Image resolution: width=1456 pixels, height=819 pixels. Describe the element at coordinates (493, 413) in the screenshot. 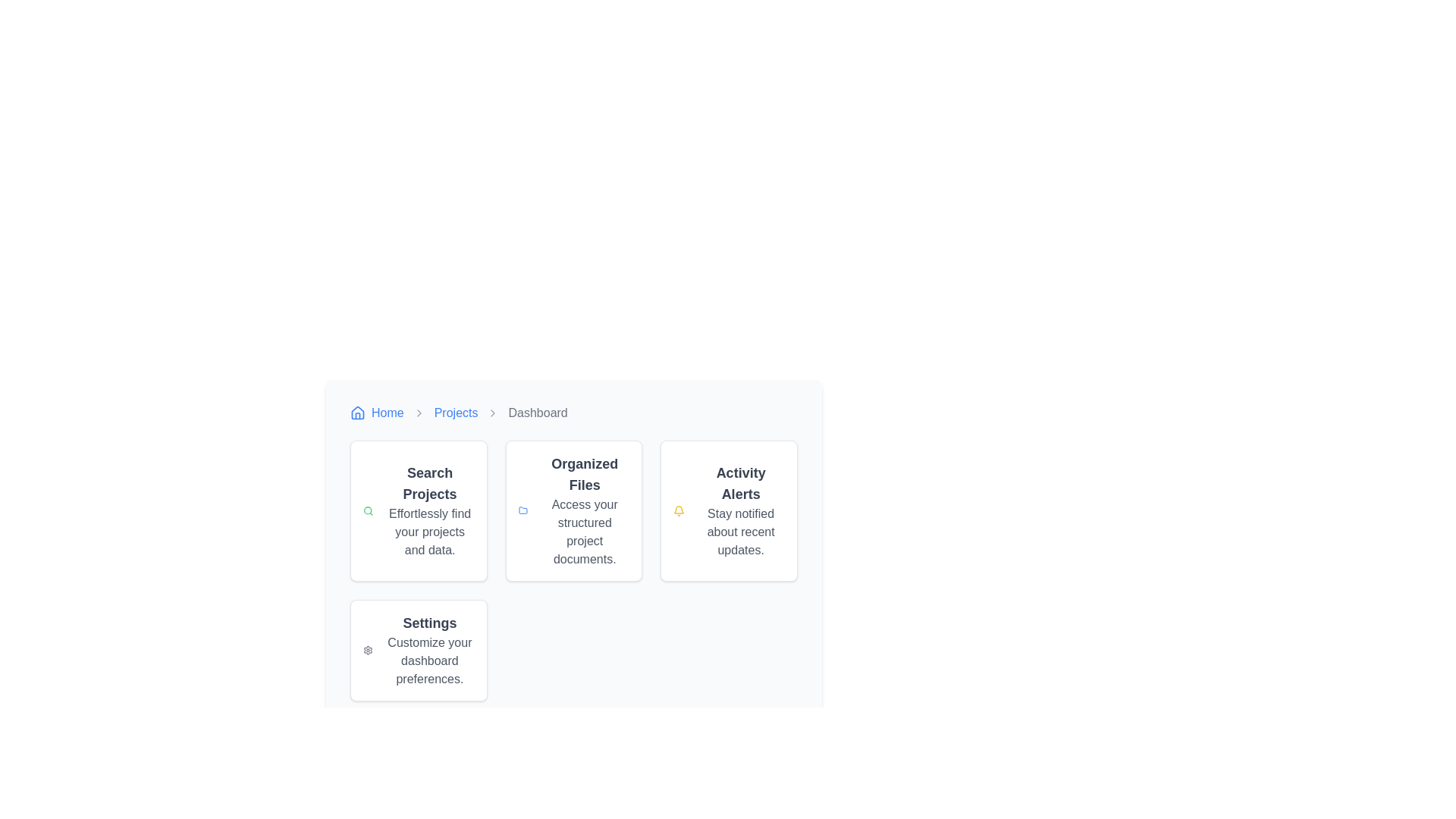

I see `the second chevron-shaped icon in the breadcrumb navigation, which is positioned between the 'Projects' and 'Dashboard' labels` at that location.